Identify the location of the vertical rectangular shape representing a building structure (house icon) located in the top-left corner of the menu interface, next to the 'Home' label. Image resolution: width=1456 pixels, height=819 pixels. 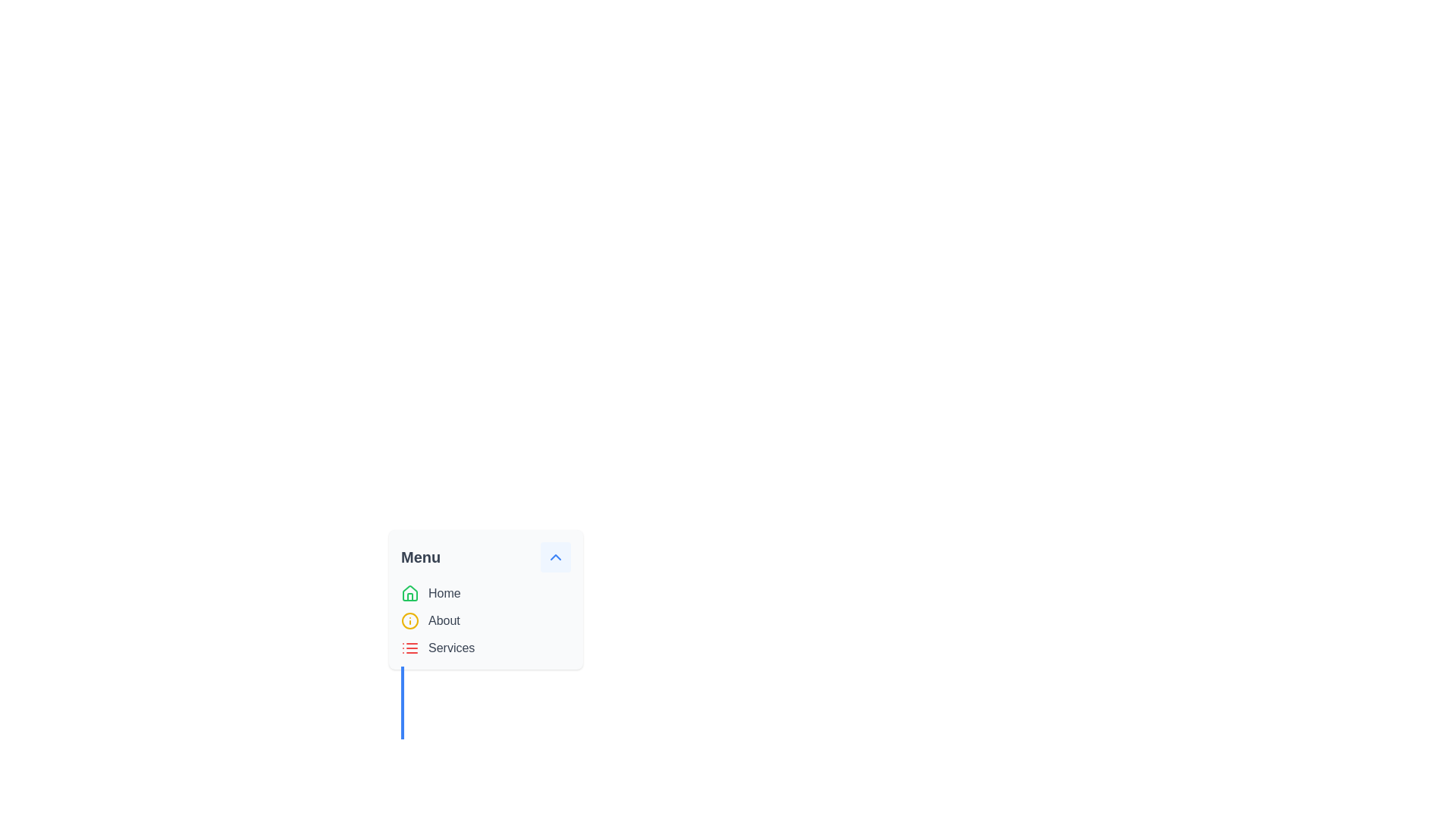
(410, 596).